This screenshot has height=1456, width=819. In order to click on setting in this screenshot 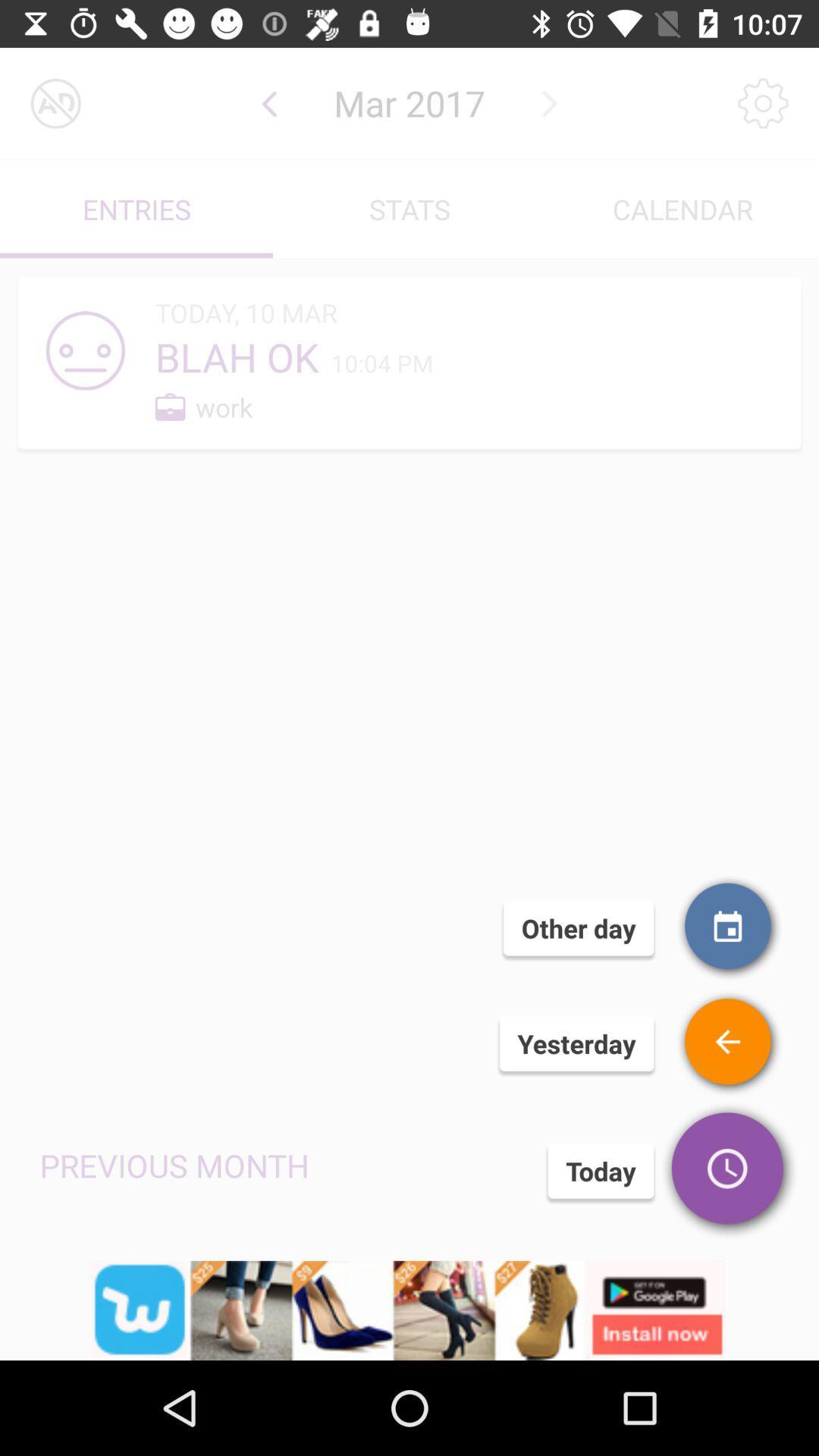, I will do `click(763, 102)`.